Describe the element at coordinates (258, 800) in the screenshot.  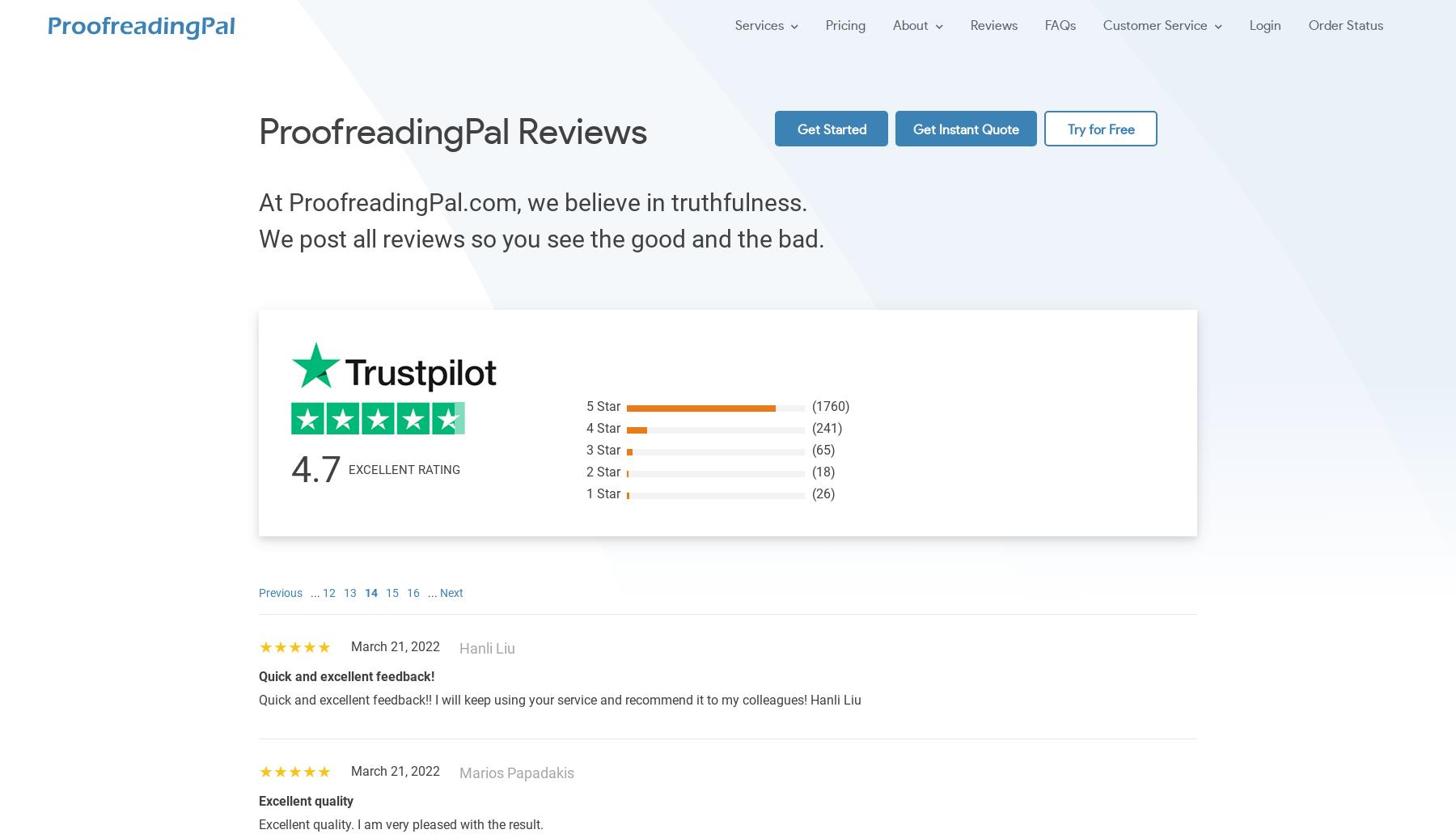
I see `'Excellent quality'` at that location.